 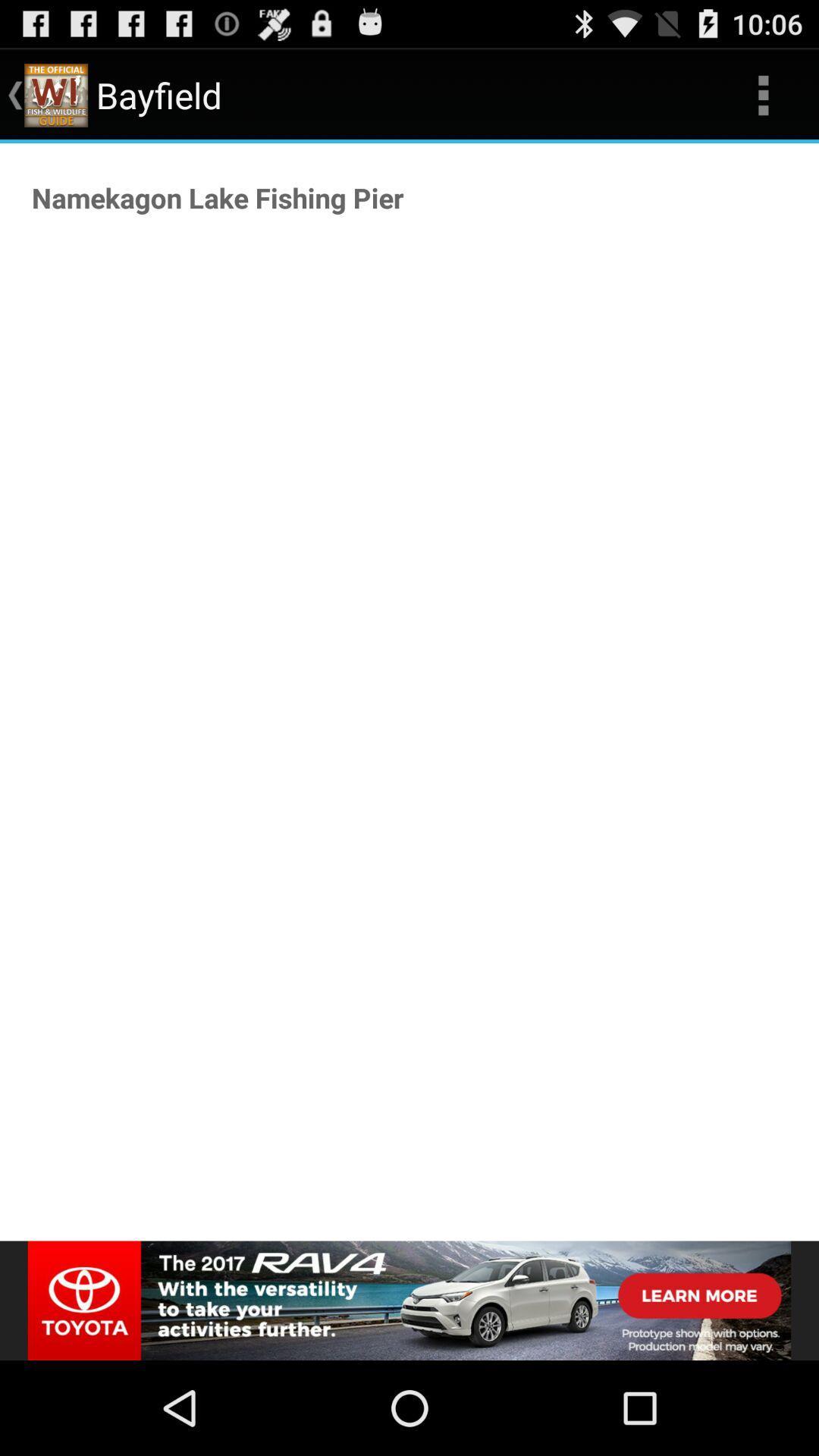 I want to click on icon at the bottom, so click(x=409, y=1300).